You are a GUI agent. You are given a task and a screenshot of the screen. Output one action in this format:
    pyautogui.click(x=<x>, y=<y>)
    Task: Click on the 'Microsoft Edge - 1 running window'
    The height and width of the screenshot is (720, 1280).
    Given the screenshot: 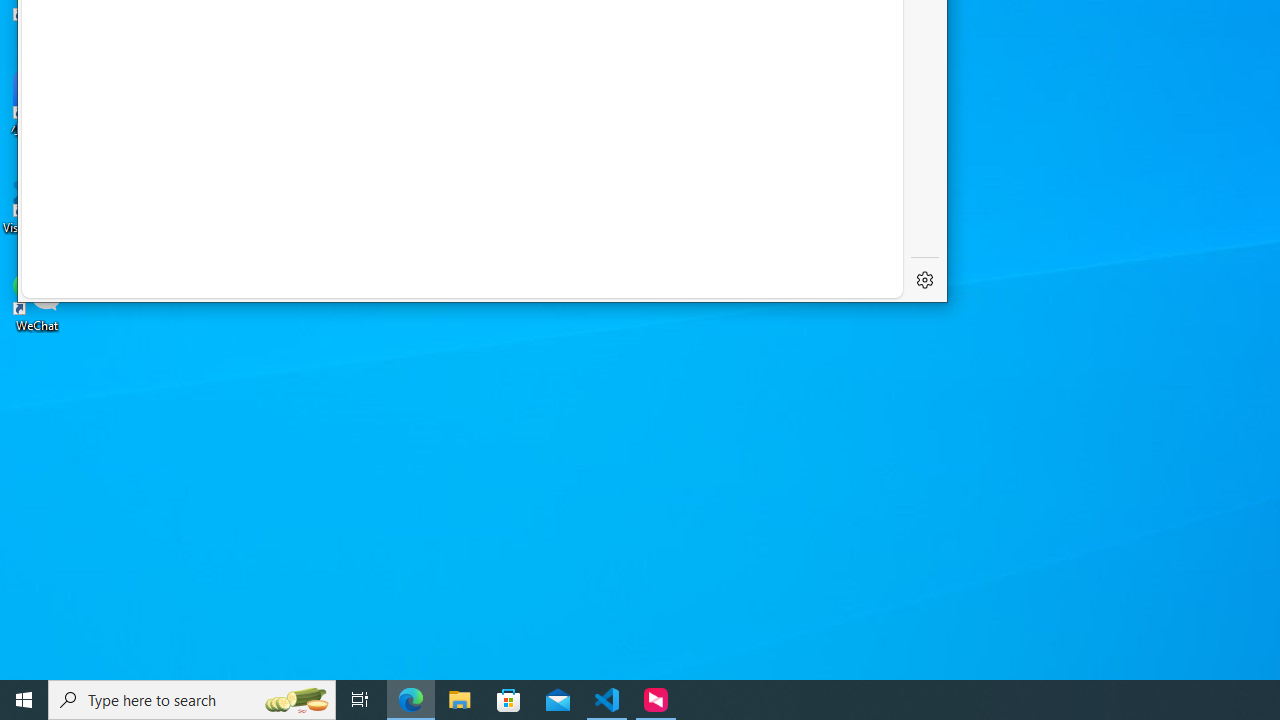 What is the action you would take?
    pyautogui.click(x=410, y=698)
    